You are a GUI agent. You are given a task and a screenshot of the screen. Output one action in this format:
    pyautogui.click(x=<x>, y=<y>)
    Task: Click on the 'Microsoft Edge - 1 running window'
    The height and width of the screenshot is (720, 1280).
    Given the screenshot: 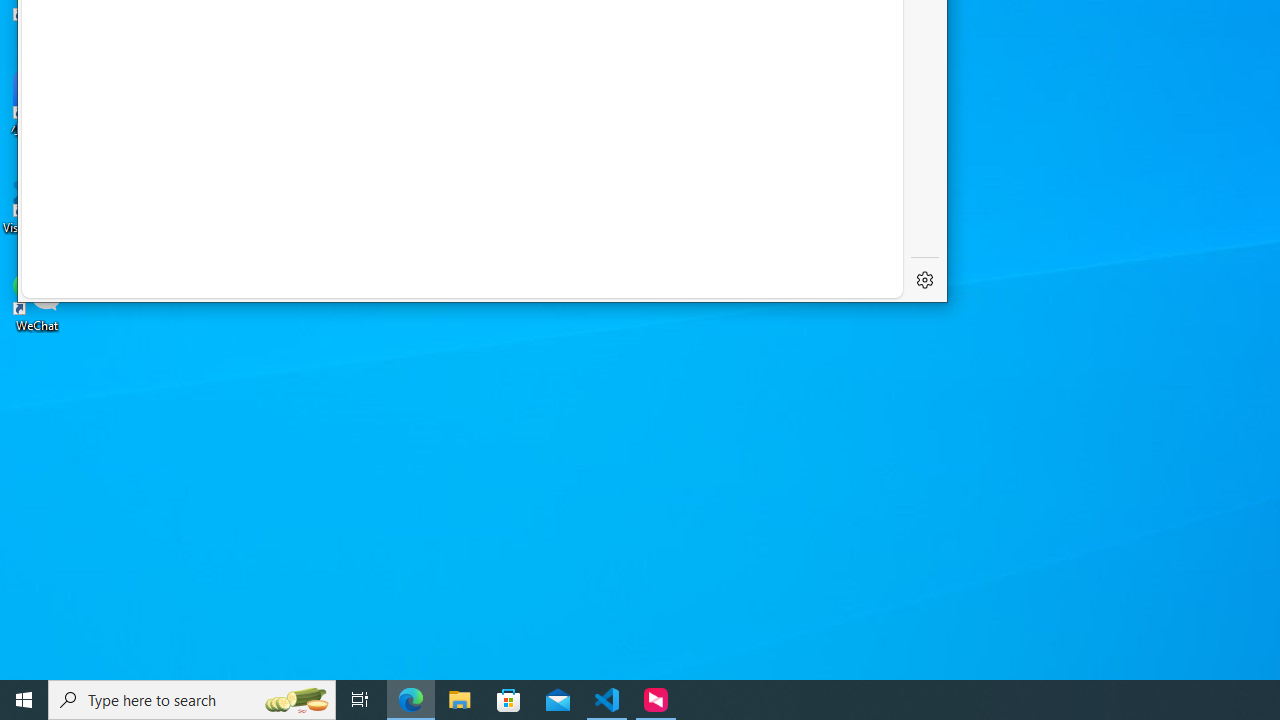 What is the action you would take?
    pyautogui.click(x=410, y=698)
    